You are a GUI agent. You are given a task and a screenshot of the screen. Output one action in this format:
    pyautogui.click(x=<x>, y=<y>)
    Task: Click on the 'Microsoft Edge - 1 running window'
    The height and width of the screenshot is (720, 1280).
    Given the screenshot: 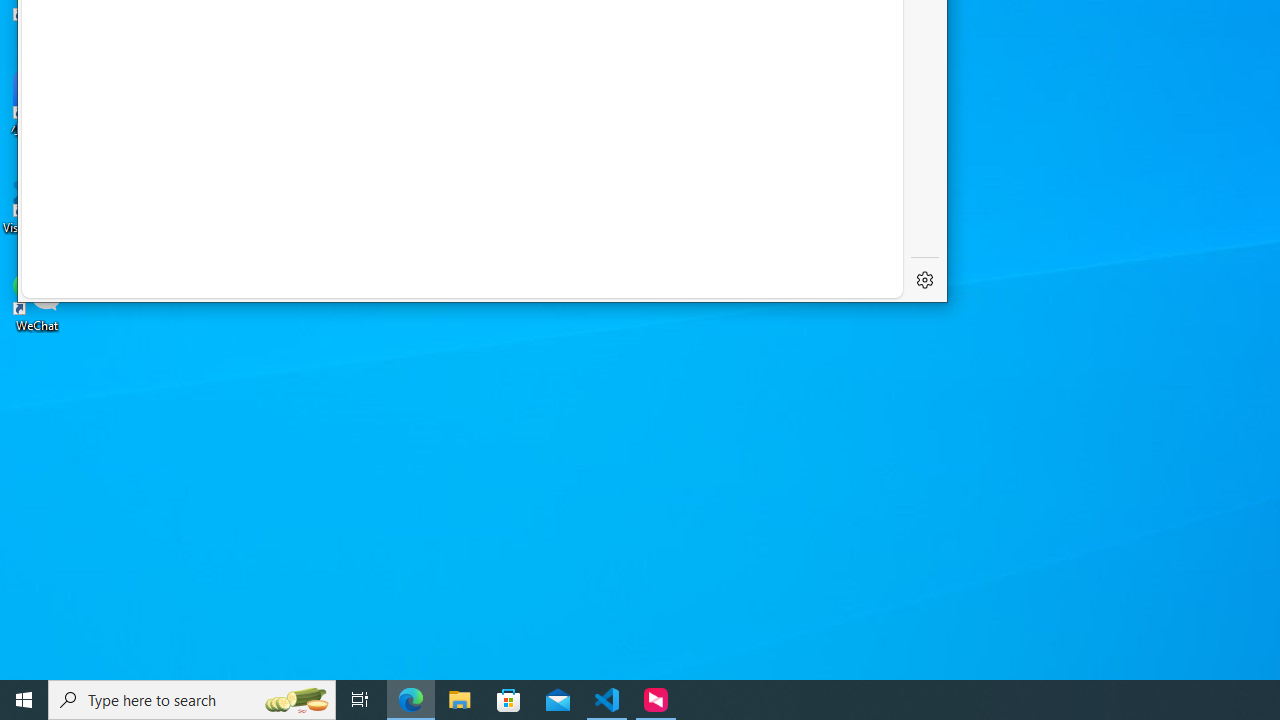 What is the action you would take?
    pyautogui.click(x=410, y=698)
    